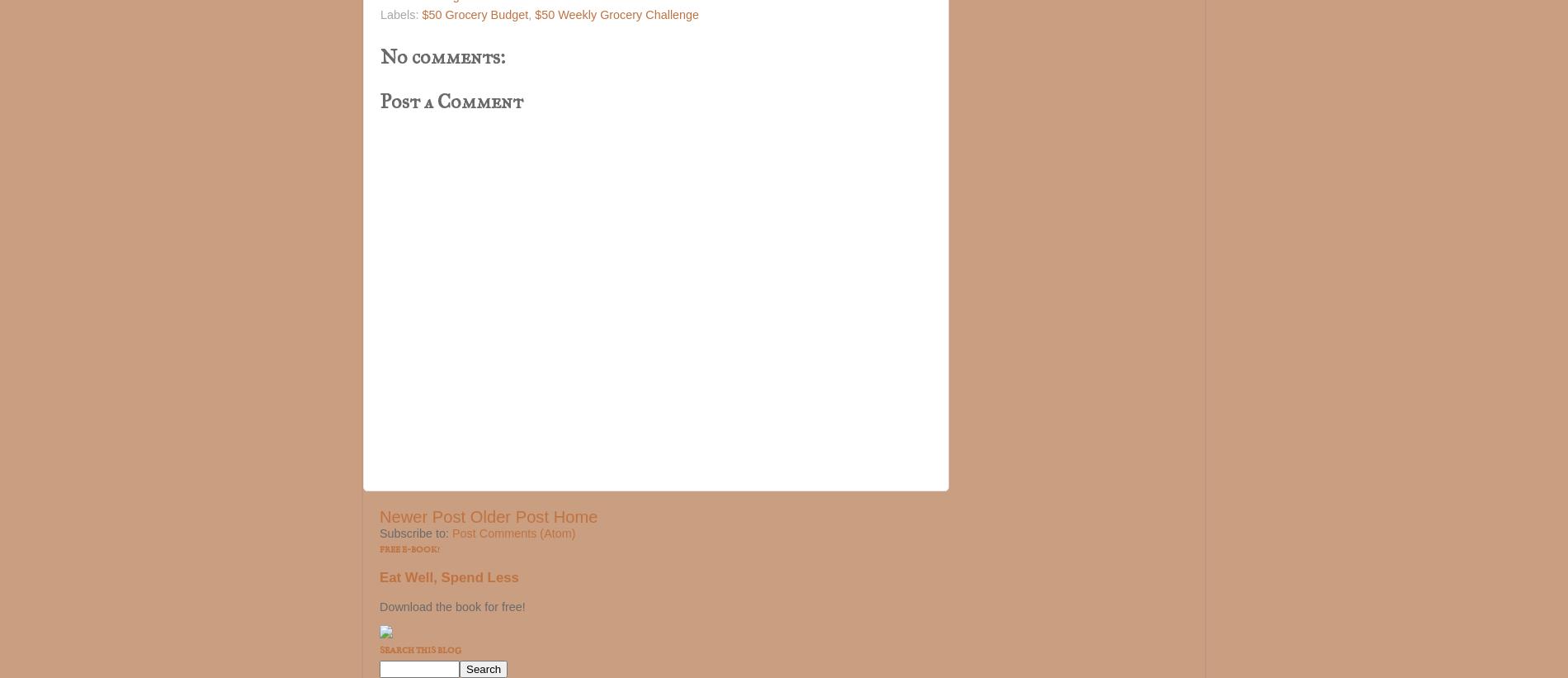 The image size is (1568, 678). Describe the element at coordinates (513, 532) in the screenshot. I see `'Post Comments (Atom)'` at that location.